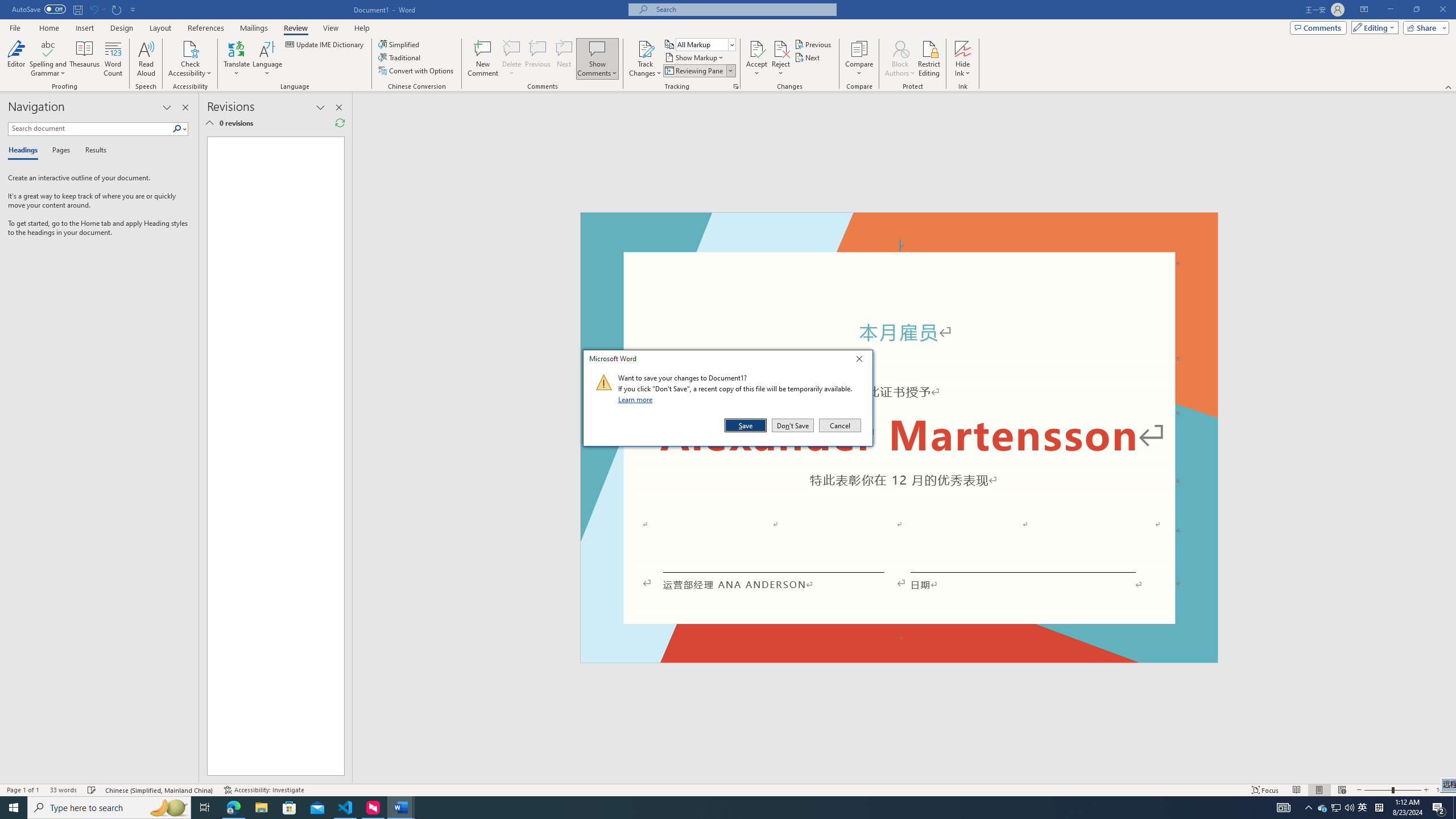 This screenshot has height=819, width=1456. What do you see at coordinates (1416, 9) in the screenshot?
I see `'Restore Down'` at bounding box center [1416, 9].